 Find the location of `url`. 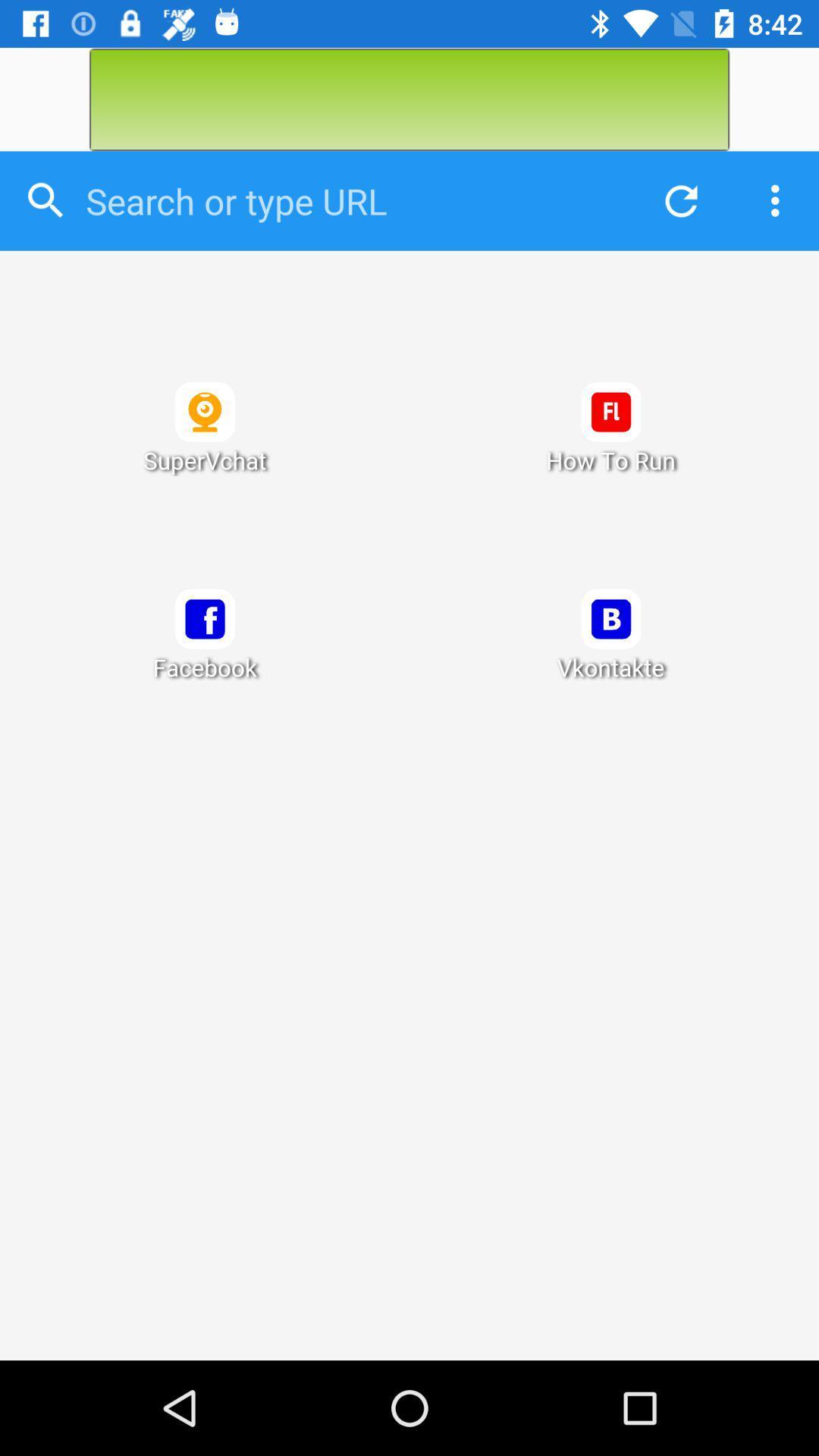

url is located at coordinates (350, 200).